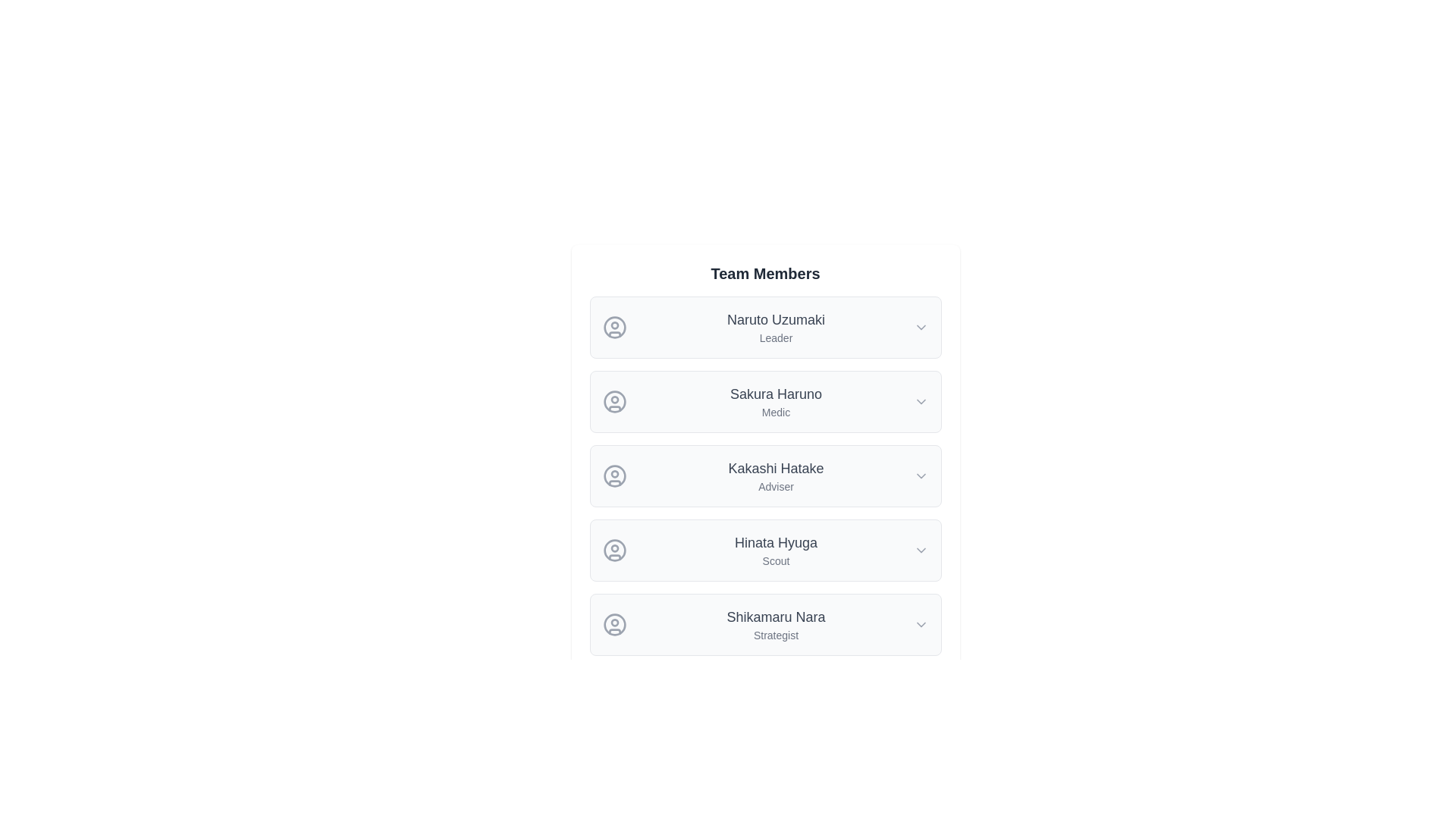  Describe the element at coordinates (776, 475) in the screenshot. I see `the Text Block displaying the name and role of the team member in the 'Team Members' section` at that location.